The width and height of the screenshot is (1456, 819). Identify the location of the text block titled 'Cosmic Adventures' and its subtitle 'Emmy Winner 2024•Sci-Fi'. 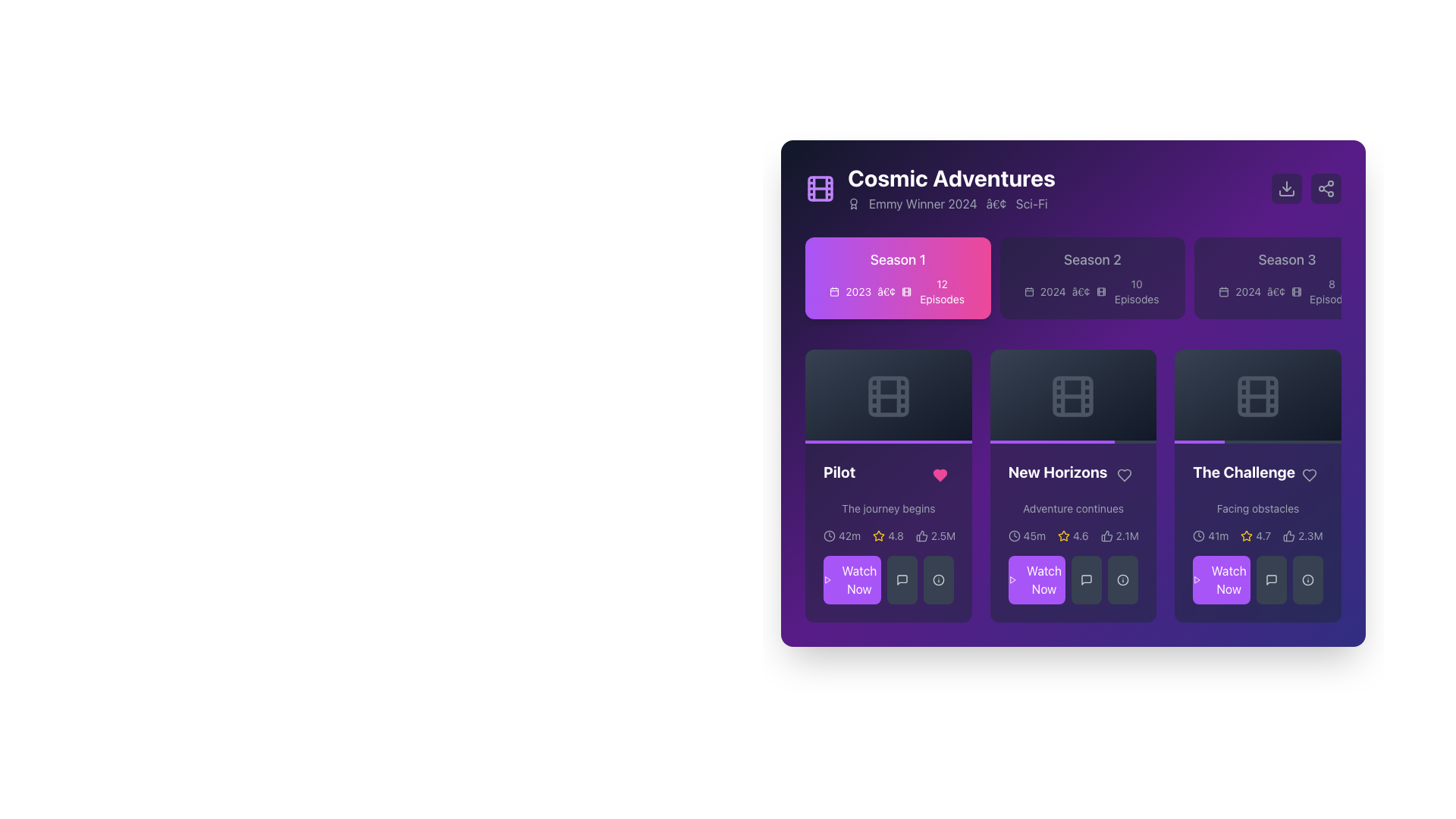
(950, 188).